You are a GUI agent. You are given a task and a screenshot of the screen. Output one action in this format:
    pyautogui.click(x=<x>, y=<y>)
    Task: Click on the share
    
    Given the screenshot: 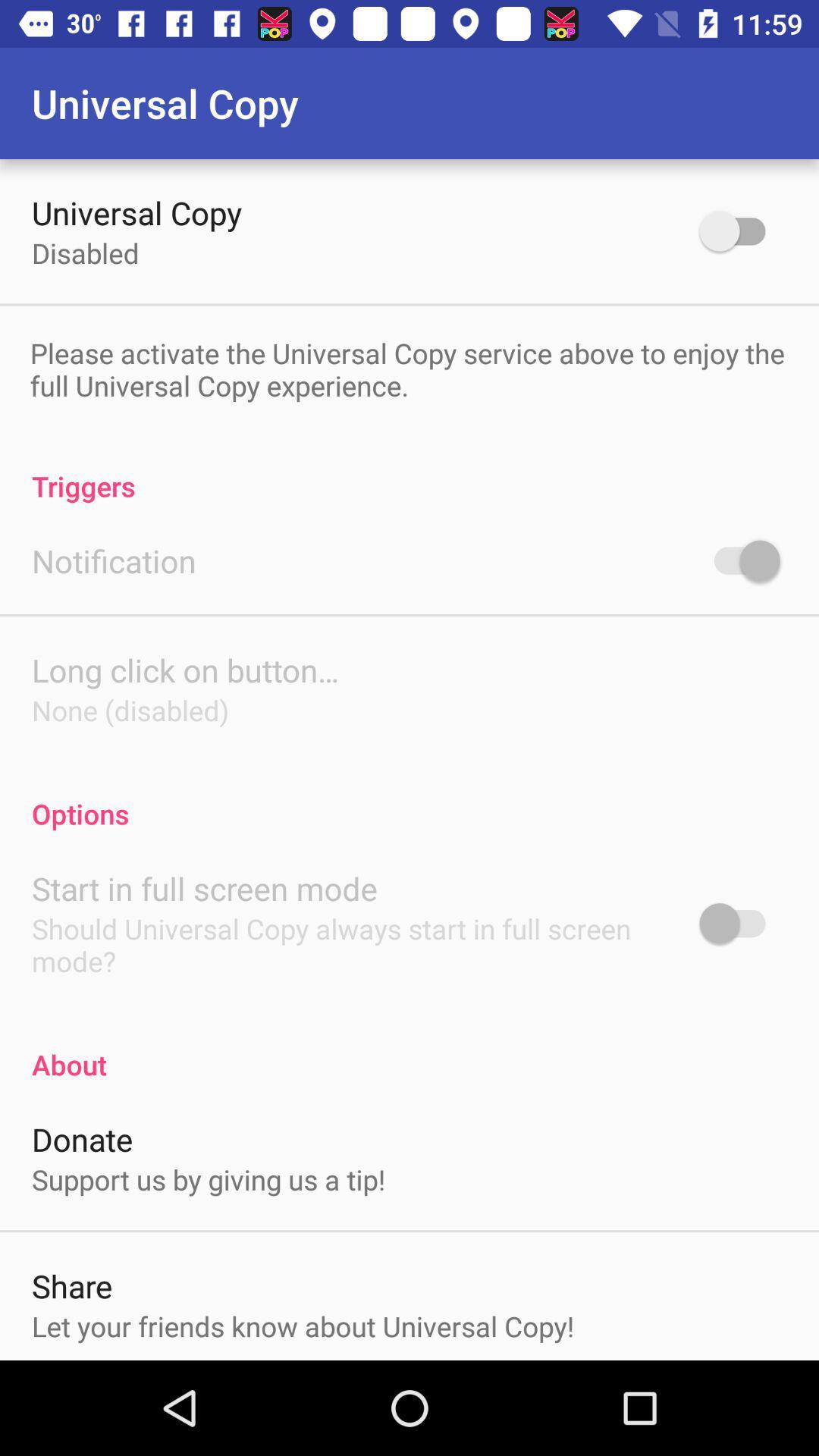 What is the action you would take?
    pyautogui.click(x=72, y=1285)
    